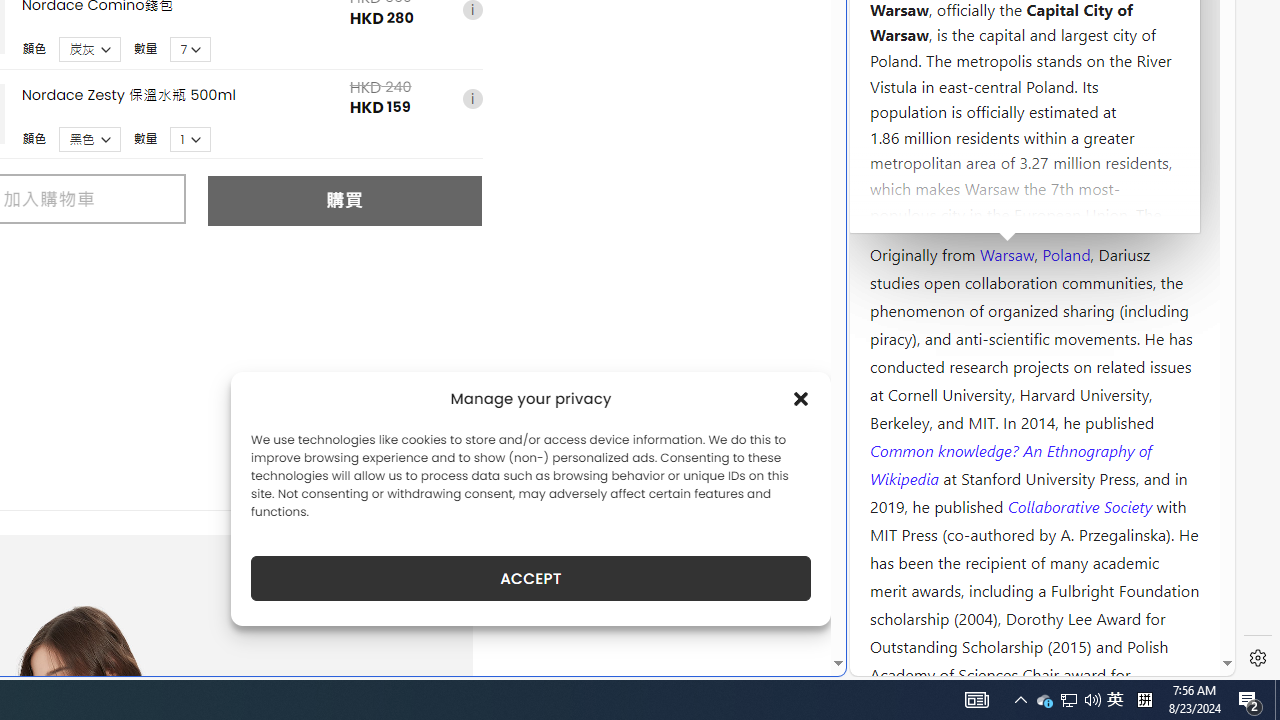 This screenshot has height=720, width=1280. I want to click on 'Common knowledge? An Ethnography of Wikipedia', so click(1010, 464).